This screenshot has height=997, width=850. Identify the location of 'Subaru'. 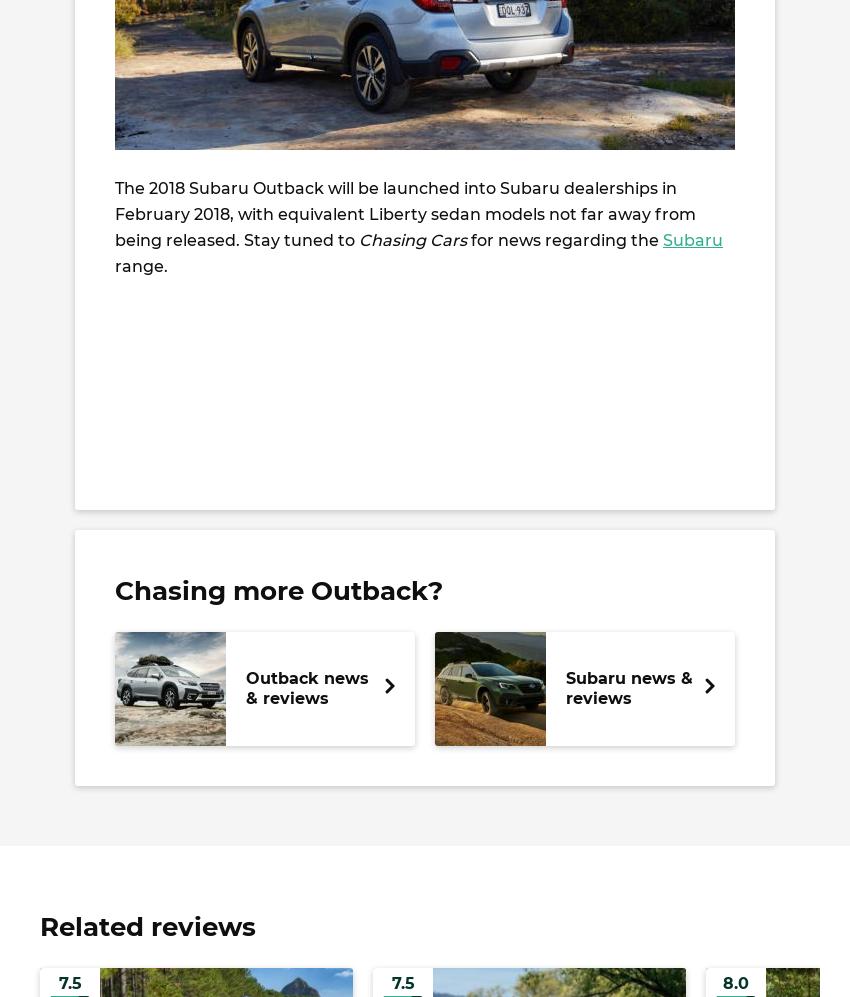
(692, 239).